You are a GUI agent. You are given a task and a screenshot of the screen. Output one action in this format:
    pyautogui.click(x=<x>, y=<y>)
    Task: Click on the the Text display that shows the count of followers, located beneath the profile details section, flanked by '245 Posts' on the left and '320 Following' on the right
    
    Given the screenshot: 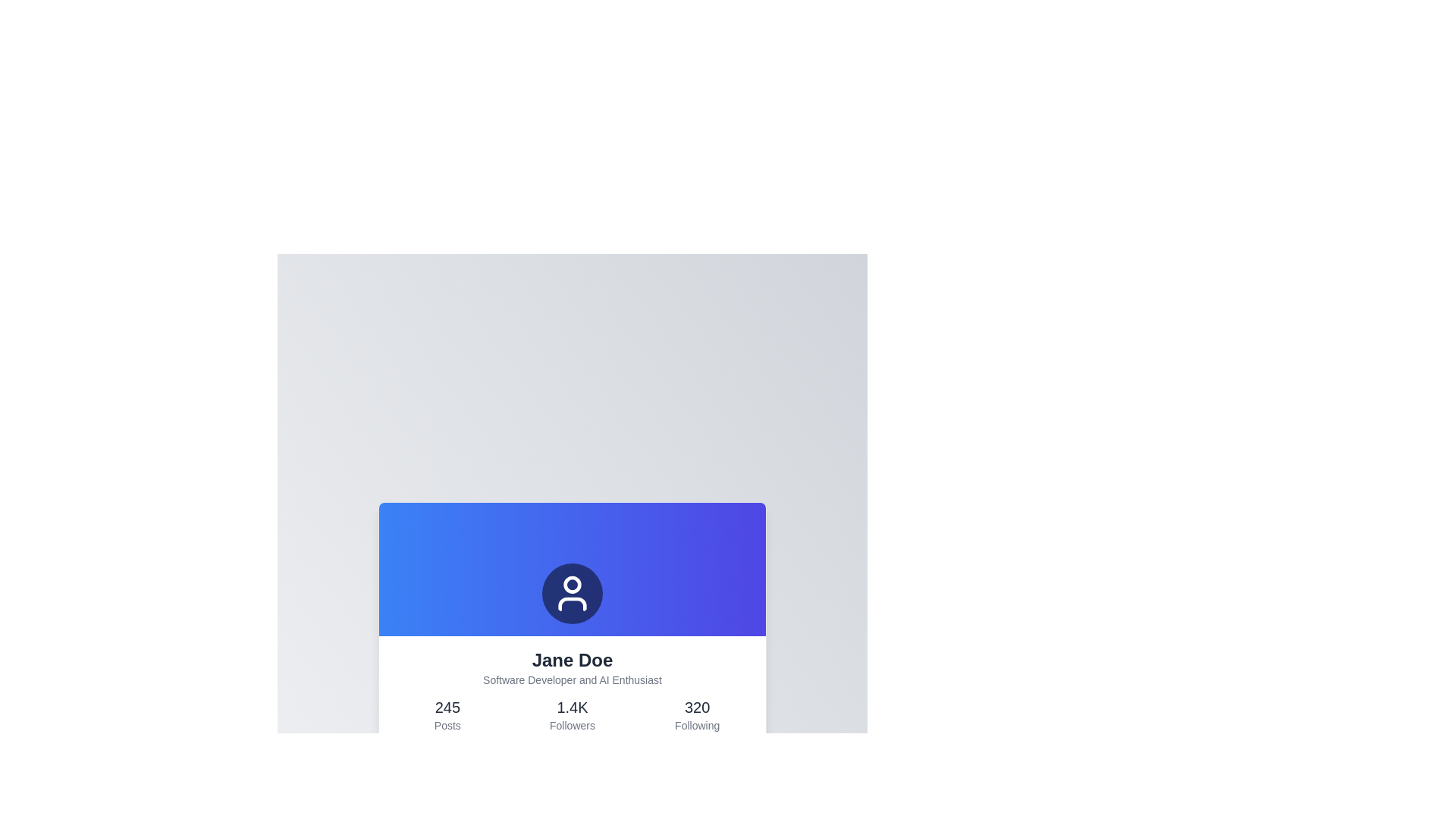 What is the action you would take?
    pyautogui.click(x=571, y=714)
    